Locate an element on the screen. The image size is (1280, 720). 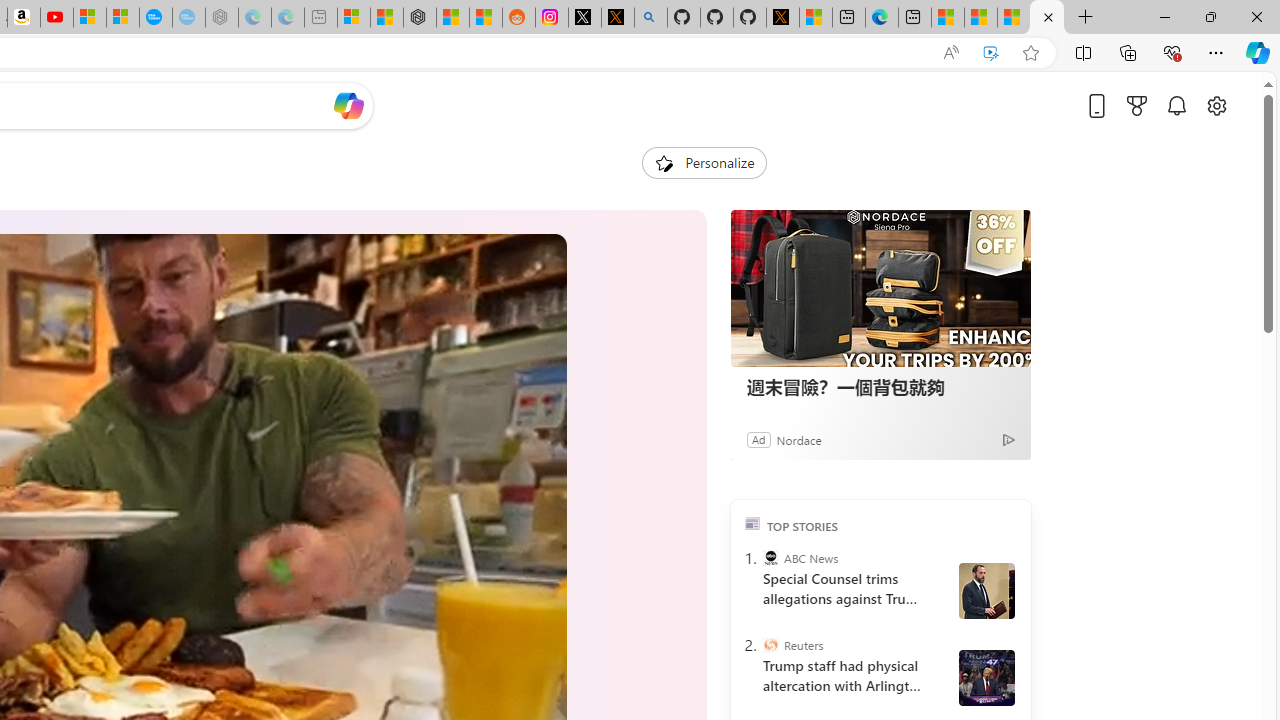
'Opinion: Op-Ed and Commentary - USA TODAY' is located at coordinates (154, 17).